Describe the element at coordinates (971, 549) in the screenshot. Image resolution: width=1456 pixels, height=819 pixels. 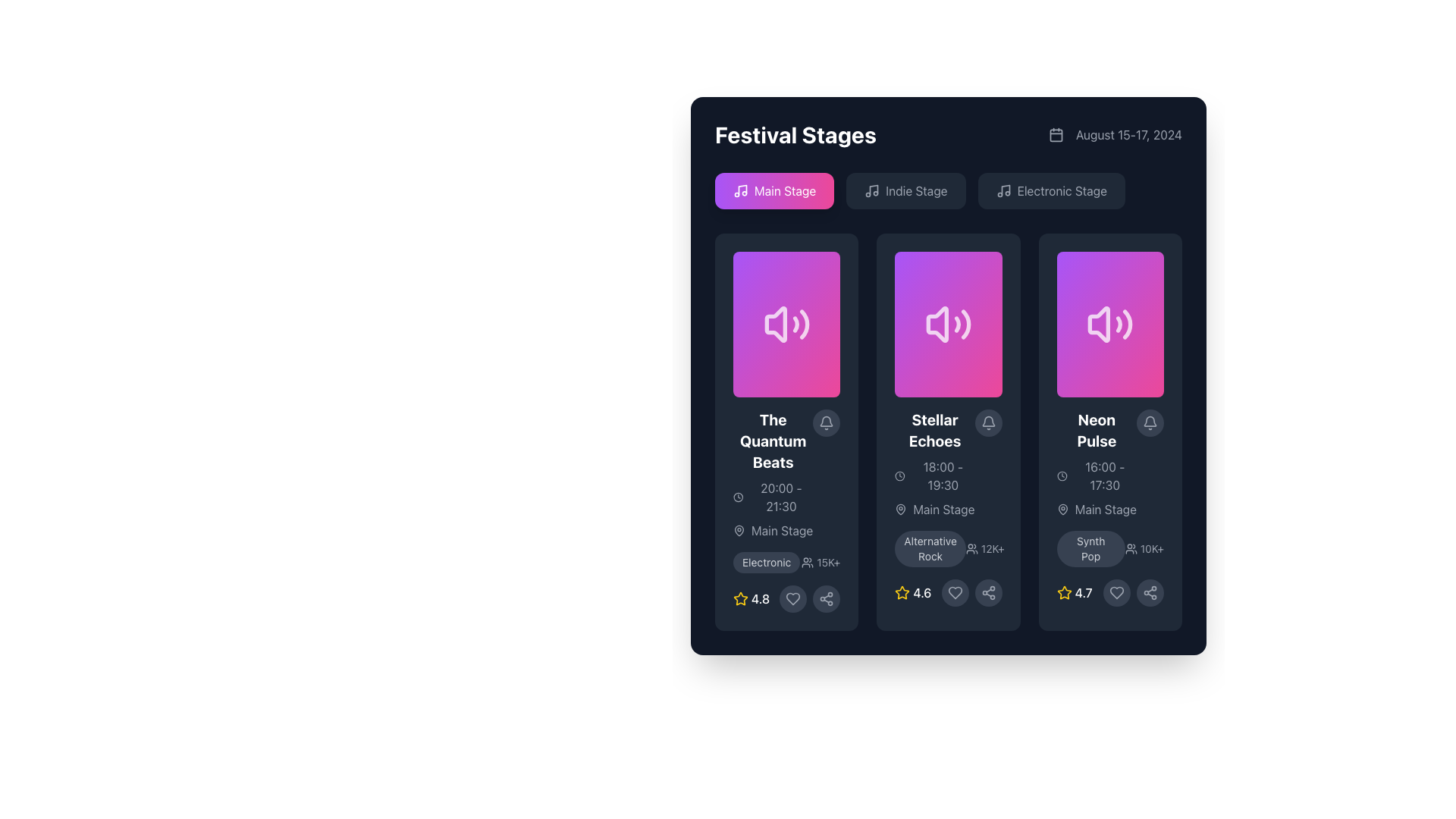
I see `properties of the icon resembling a group of users, located next to the '12K+' text in the center card of the layout for the 'Stellar Echoes' event` at that location.